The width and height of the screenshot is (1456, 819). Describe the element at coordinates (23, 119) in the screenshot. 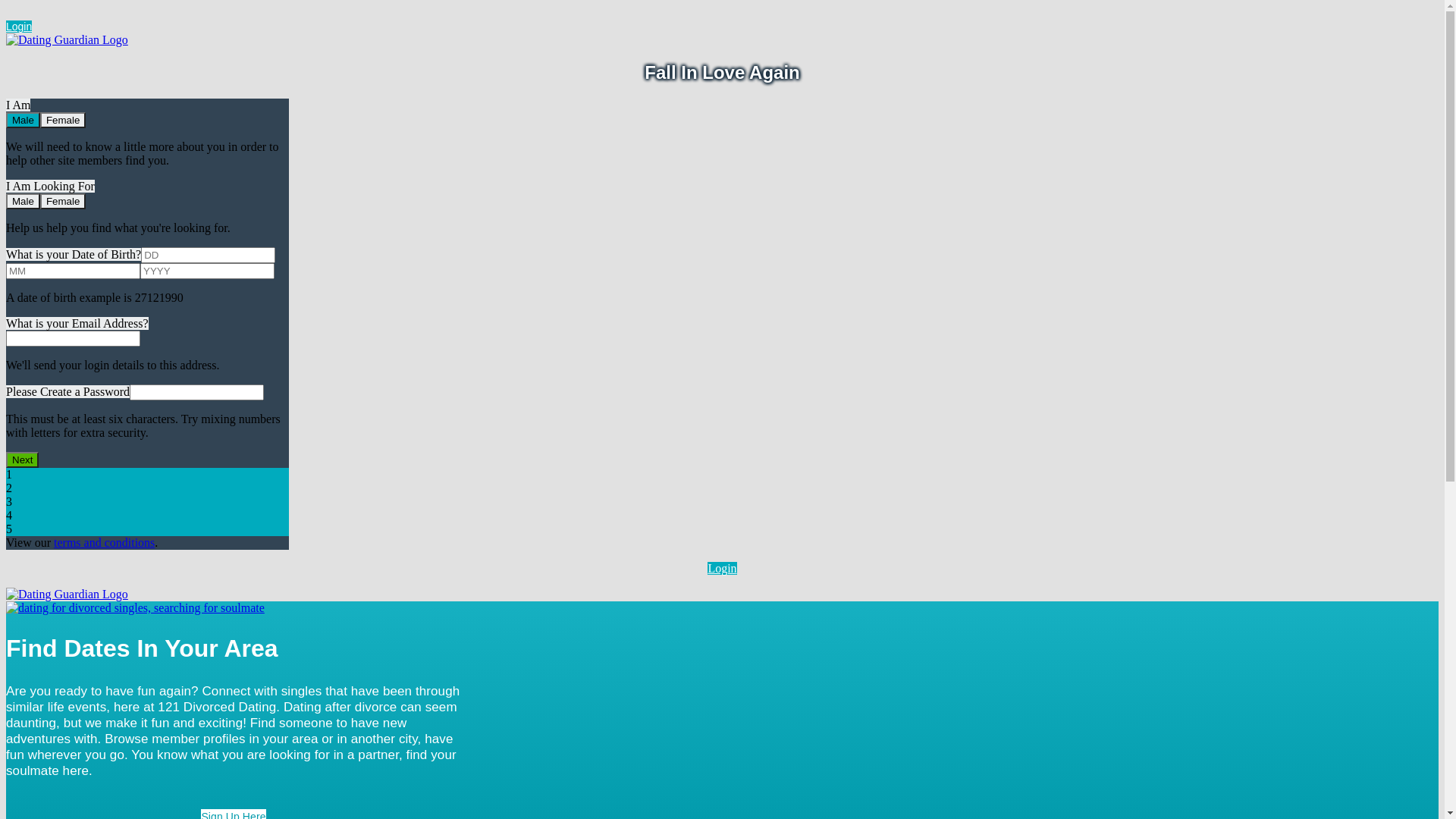

I see `'Male'` at that location.